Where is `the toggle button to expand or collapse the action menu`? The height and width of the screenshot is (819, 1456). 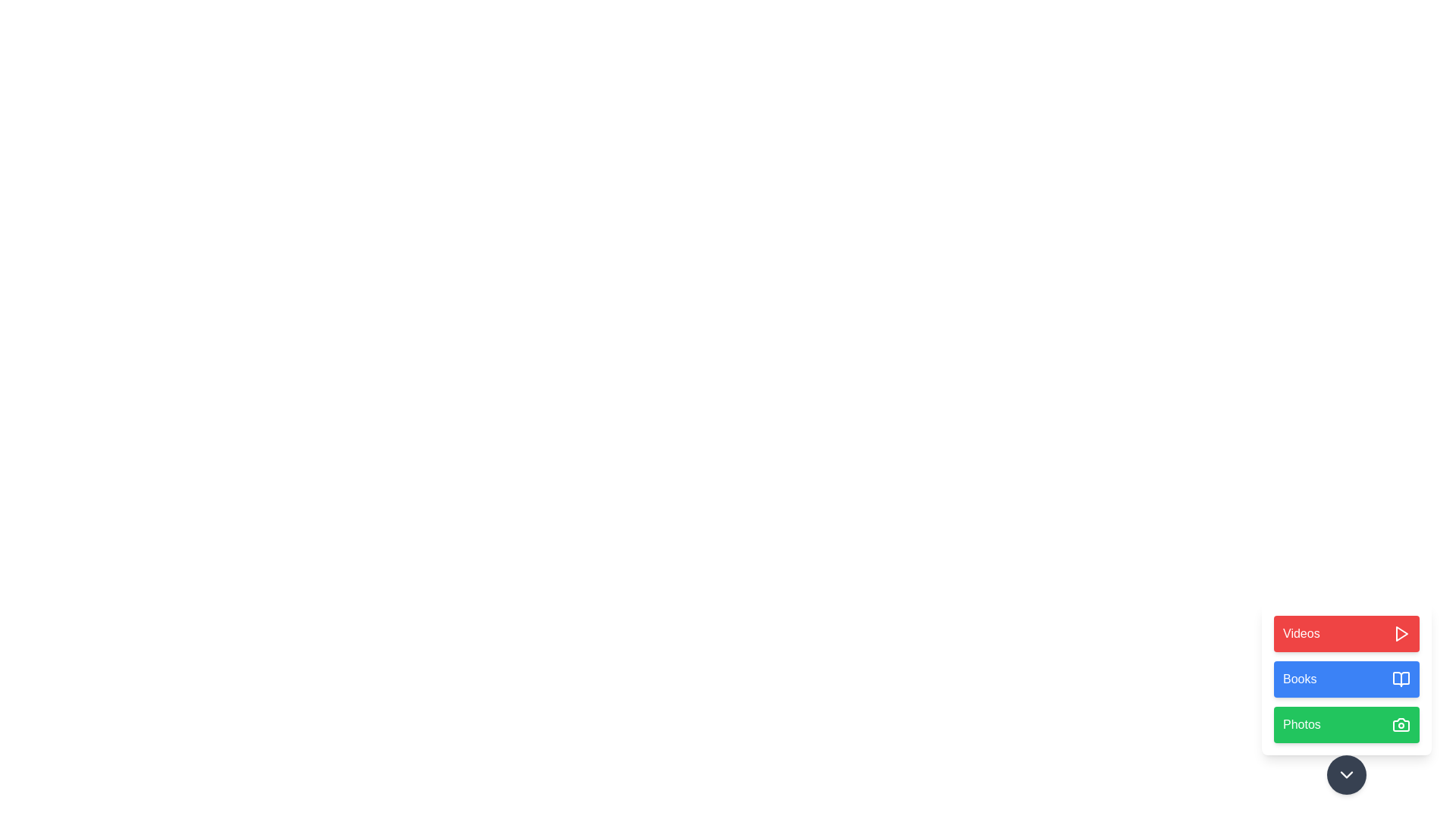
the toggle button to expand or collapse the action menu is located at coordinates (1347, 775).